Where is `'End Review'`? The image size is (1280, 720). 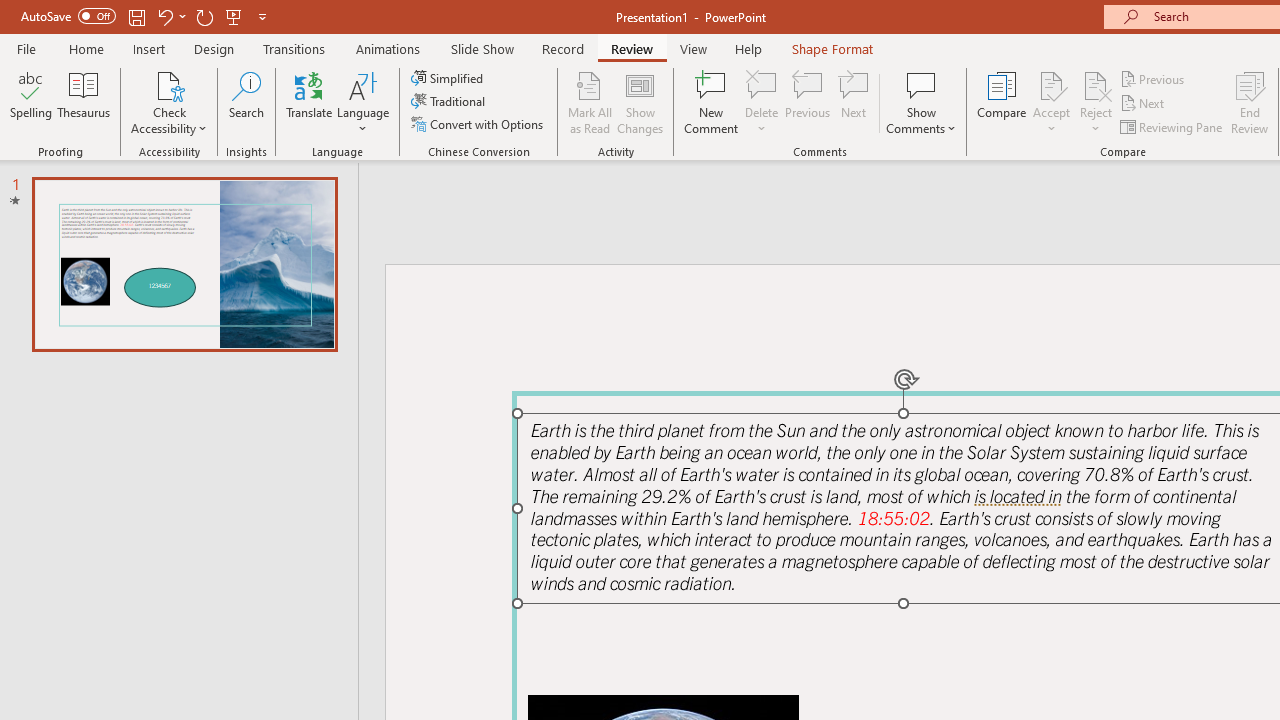
'End Review' is located at coordinates (1248, 103).